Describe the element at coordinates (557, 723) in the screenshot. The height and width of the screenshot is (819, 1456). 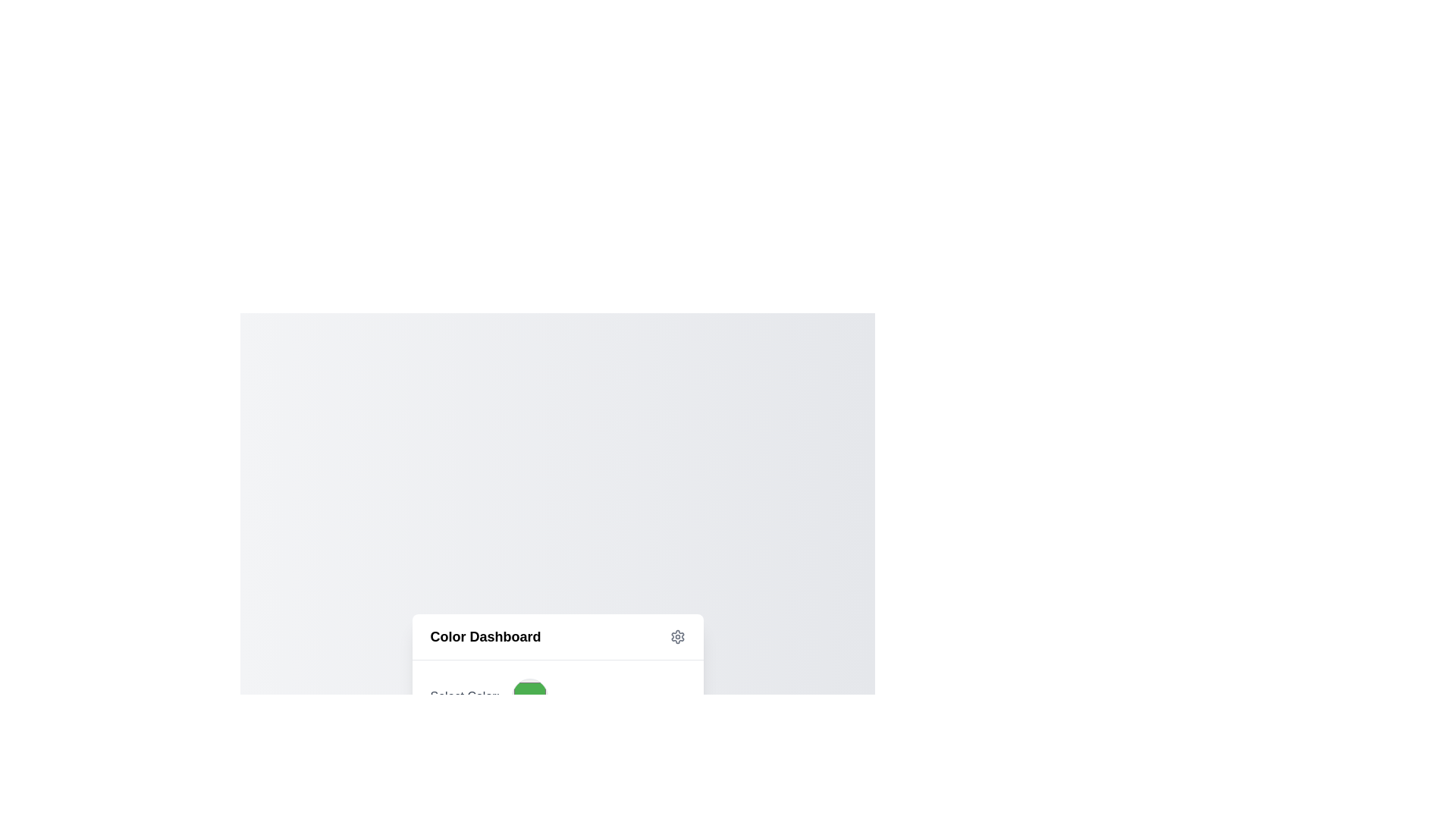
I see `the current color information in the Informational Panel titled 'Select Color:' which displays the current color and a green color swatch` at that location.